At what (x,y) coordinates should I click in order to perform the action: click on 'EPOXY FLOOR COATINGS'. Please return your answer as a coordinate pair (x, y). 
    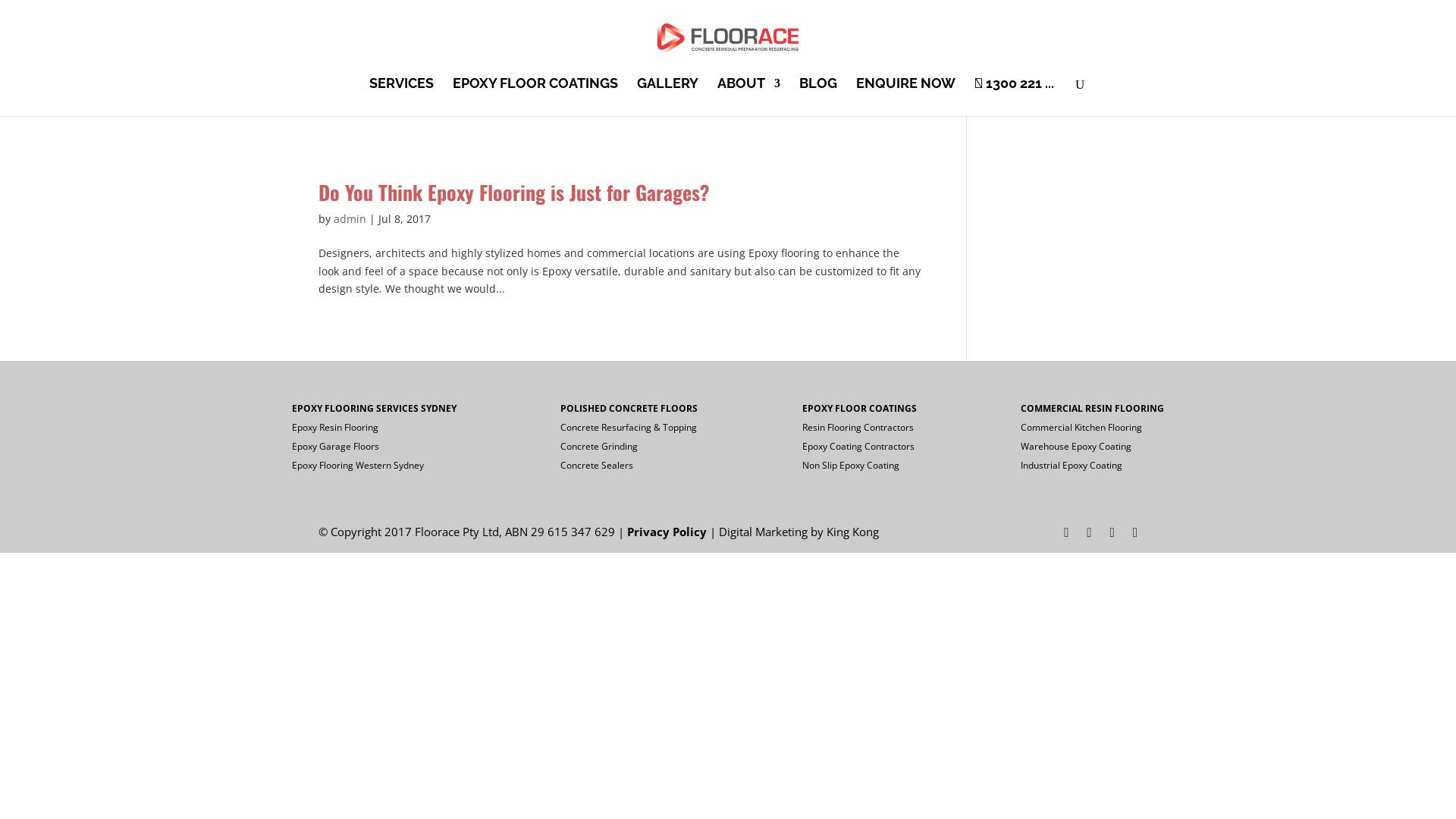
    Looking at the image, I should click on (801, 407).